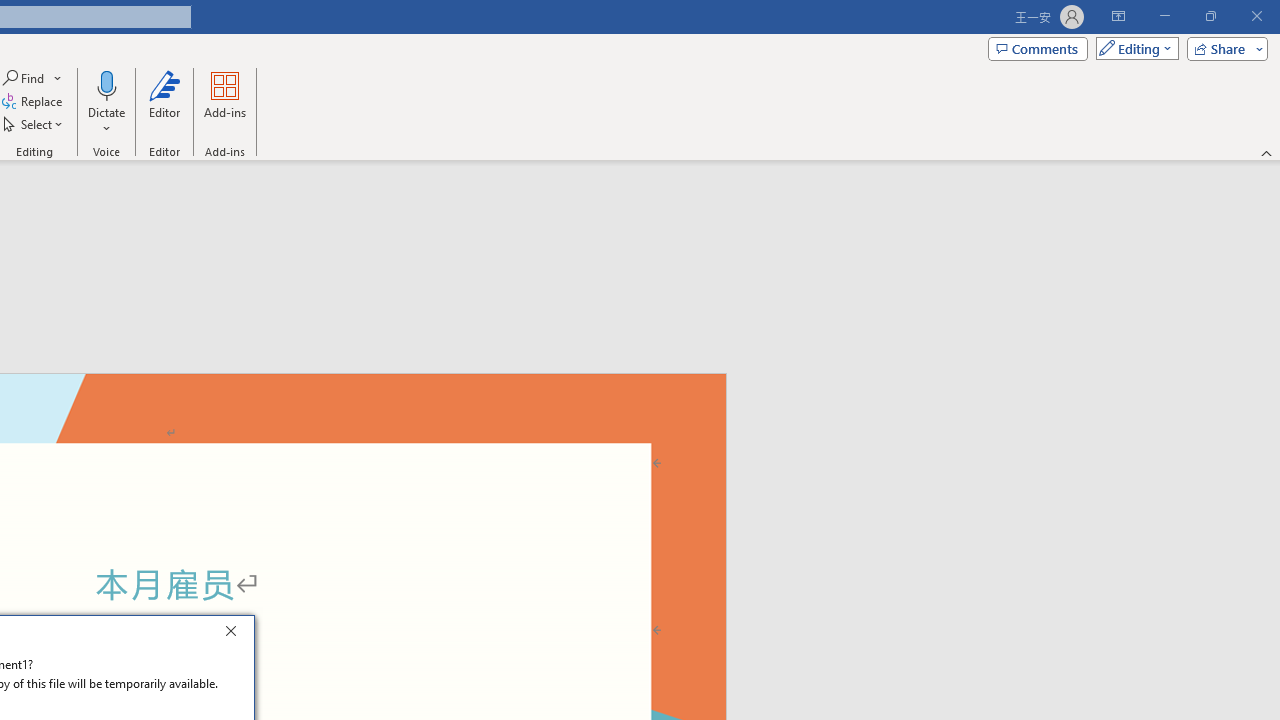 The width and height of the screenshot is (1280, 720). I want to click on 'Share', so click(1222, 47).